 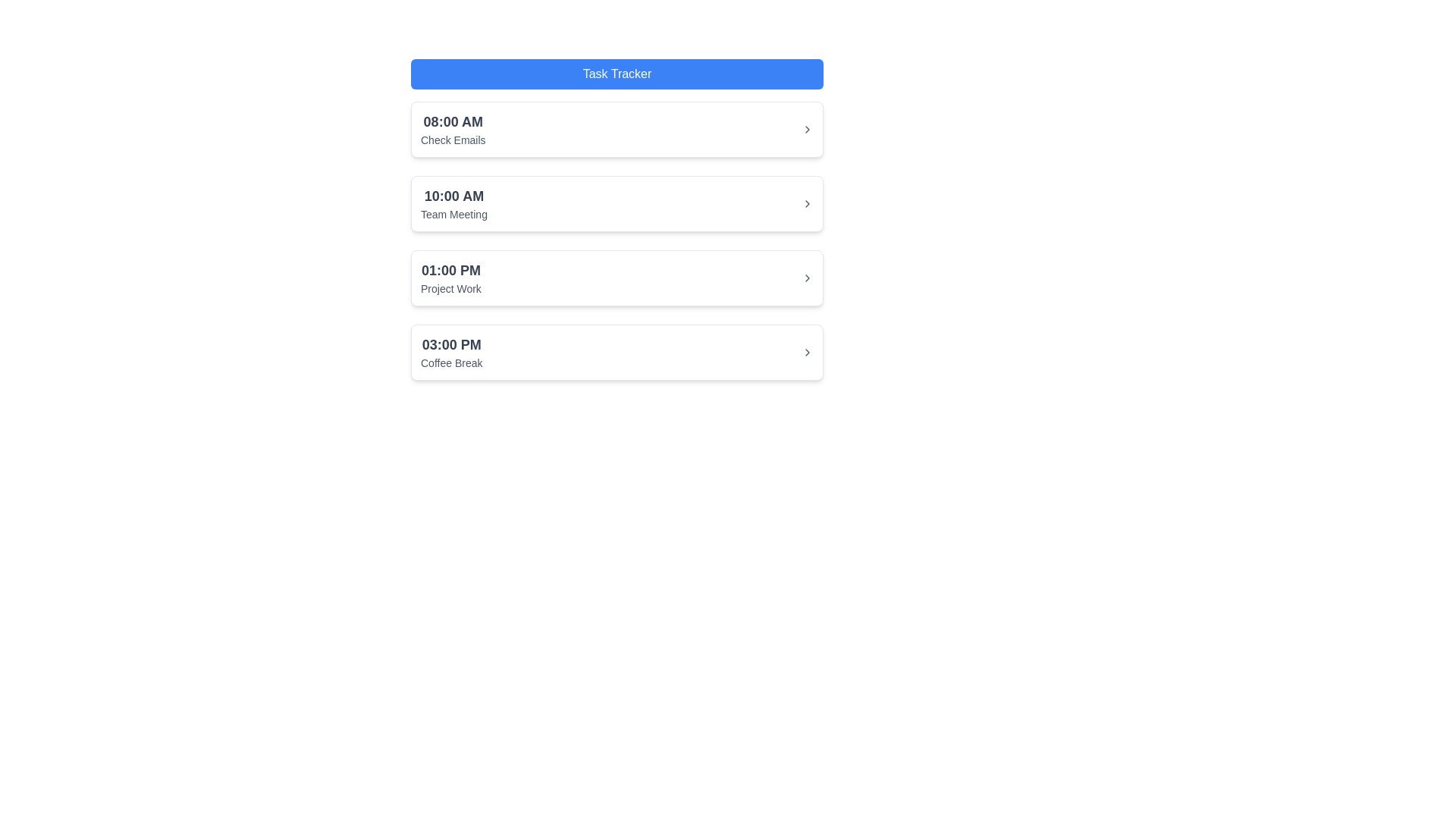 I want to click on the text label displaying 'Team Meeting', which is styled in a smaller gray font and located below '10:00 AM' in a list of scheduled tasks, so click(x=453, y=214).